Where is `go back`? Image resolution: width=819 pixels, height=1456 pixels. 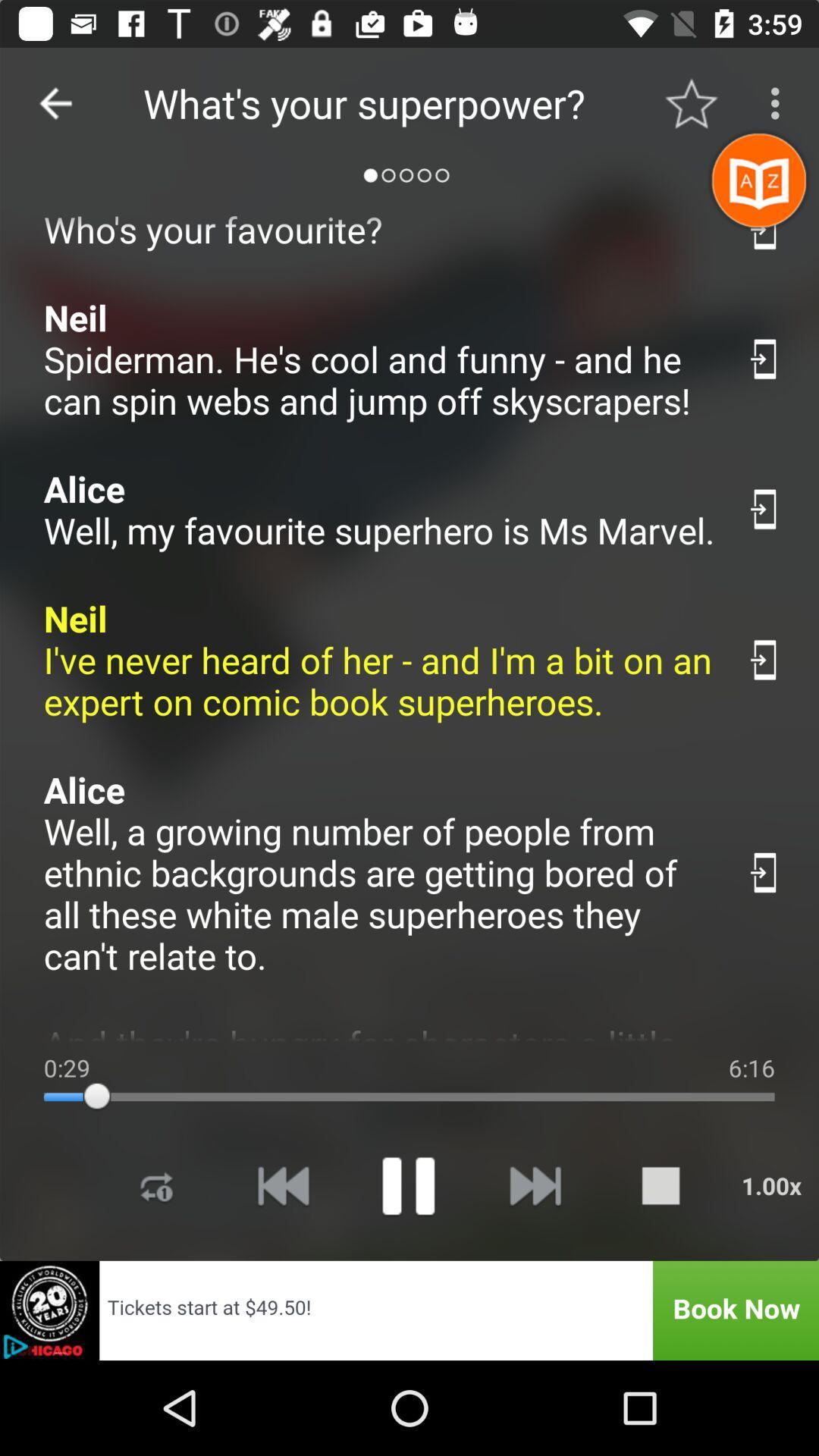 go back is located at coordinates (55, 102).